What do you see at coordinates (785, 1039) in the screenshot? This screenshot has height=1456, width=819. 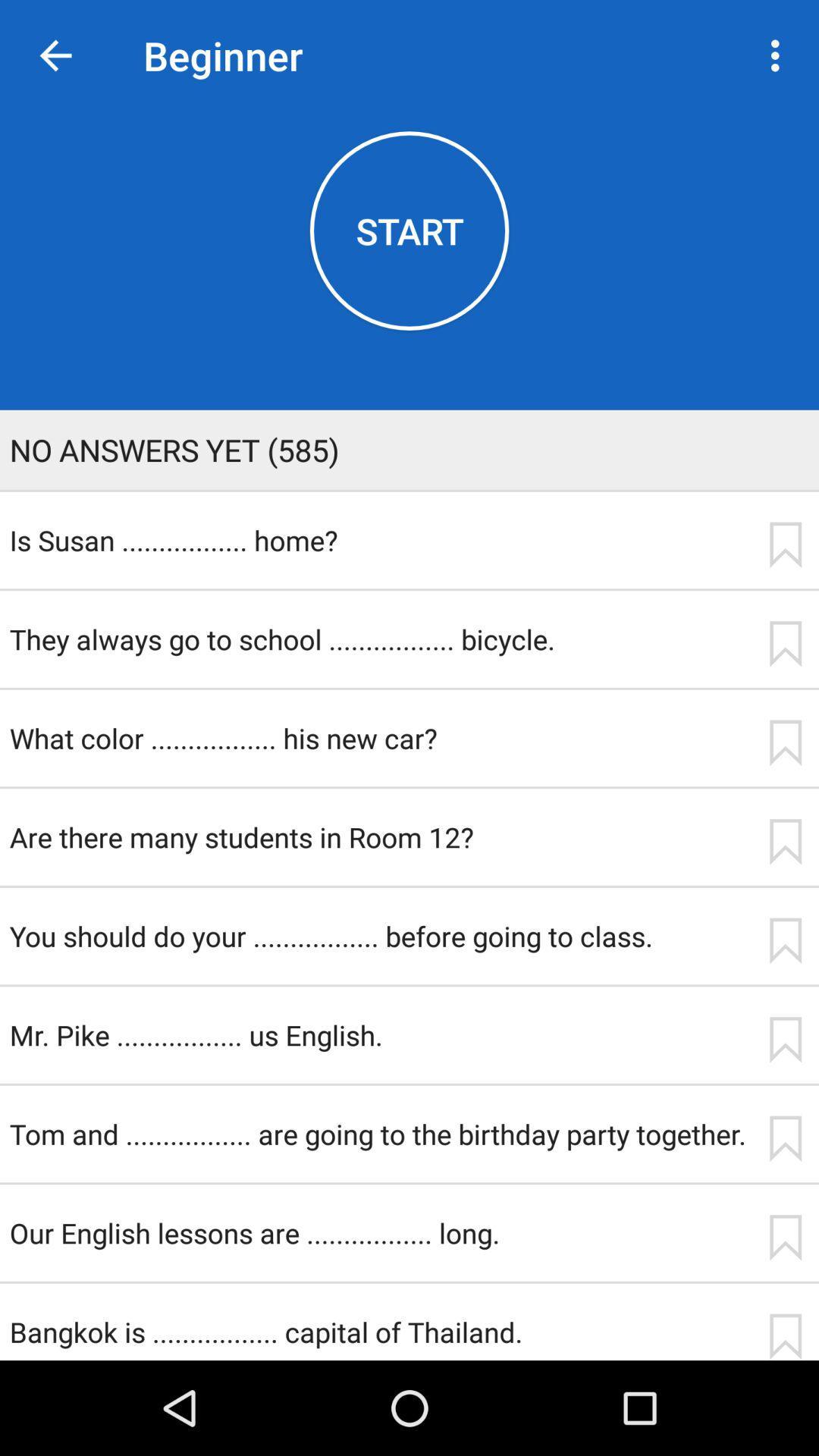 I see `for later` at bounding box center [785, 1039].